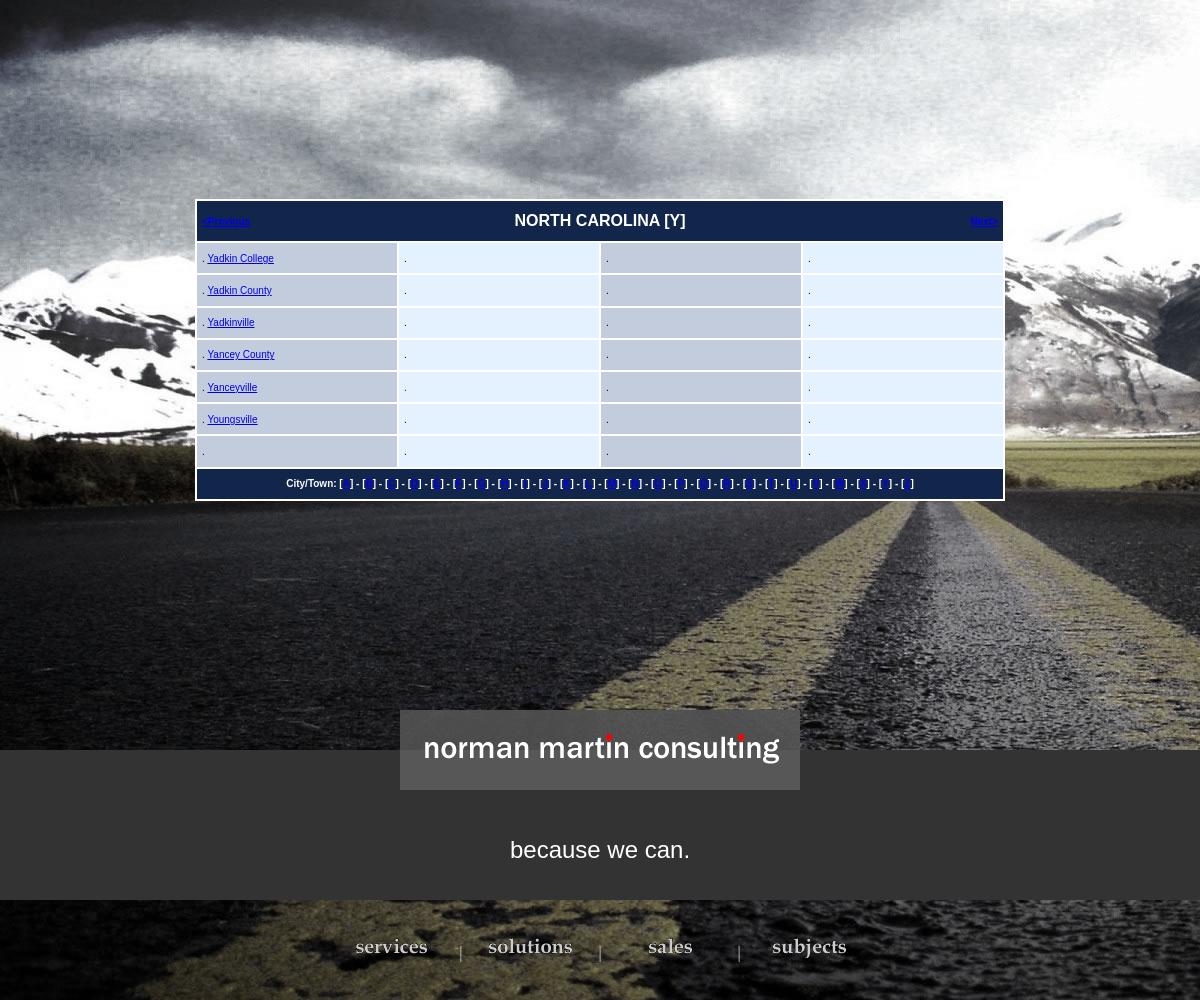 The width and height of the screenshot is (1200, 1000). What do you see at coordinates (541, 482) in the screenshot?
I see `'J'` at bounding box center [541, 482].